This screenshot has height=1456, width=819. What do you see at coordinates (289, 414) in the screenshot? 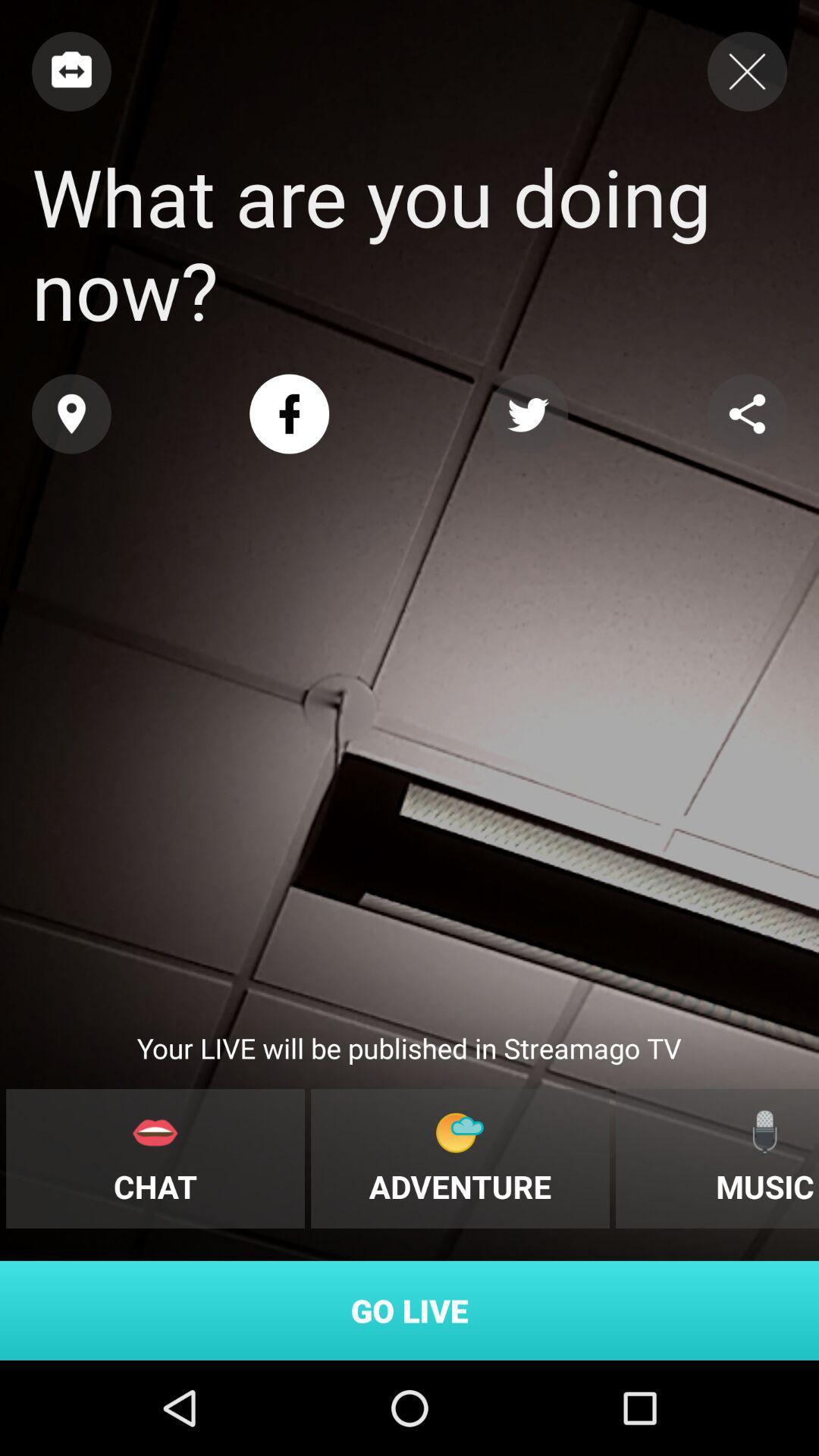
I see `facebook option` at bounding box center [289, 414].